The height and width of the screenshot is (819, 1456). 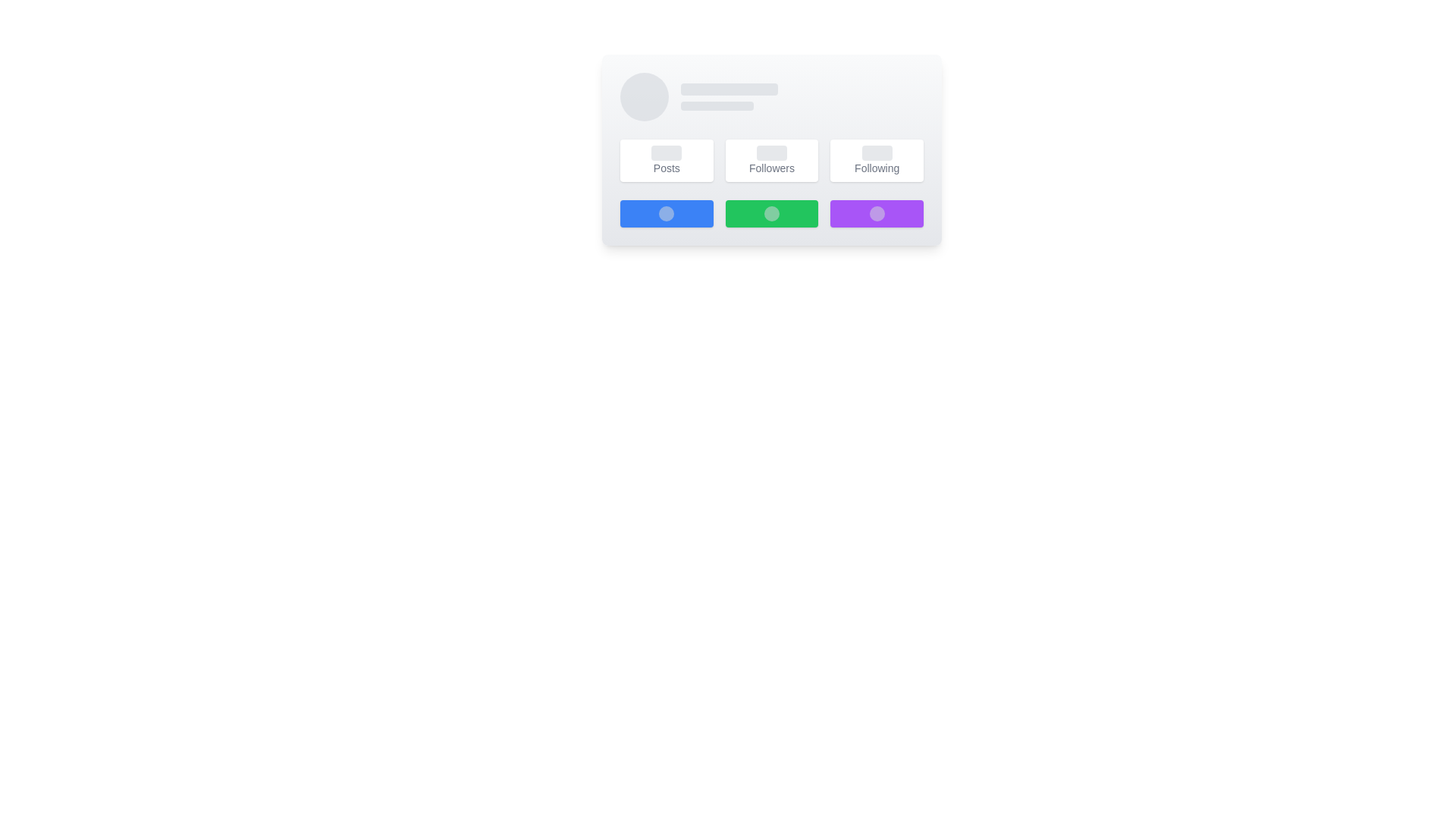 I want to click on the purple button with a circular gray icon that is the third button in a group of three, located below the 'Posts', 'Followers', and 'Following' labels, so click(x=877, y=213).